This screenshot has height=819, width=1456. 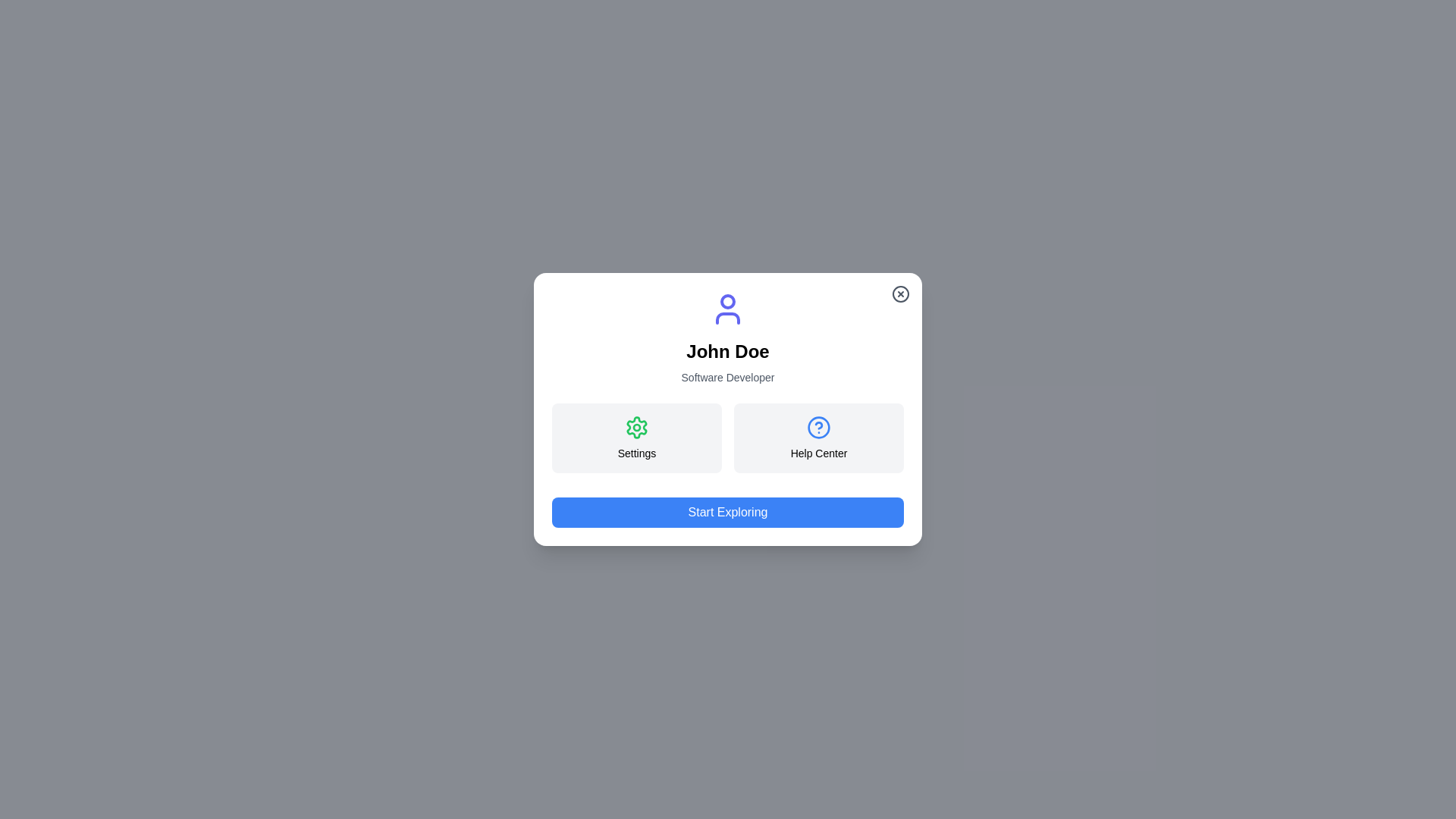 What do you see at coordinates (637, 427) in the screenshot?
I see `the green cog icon representing settings, located in the lower left quadrant of the card interface` at bounding box center [637, 427].